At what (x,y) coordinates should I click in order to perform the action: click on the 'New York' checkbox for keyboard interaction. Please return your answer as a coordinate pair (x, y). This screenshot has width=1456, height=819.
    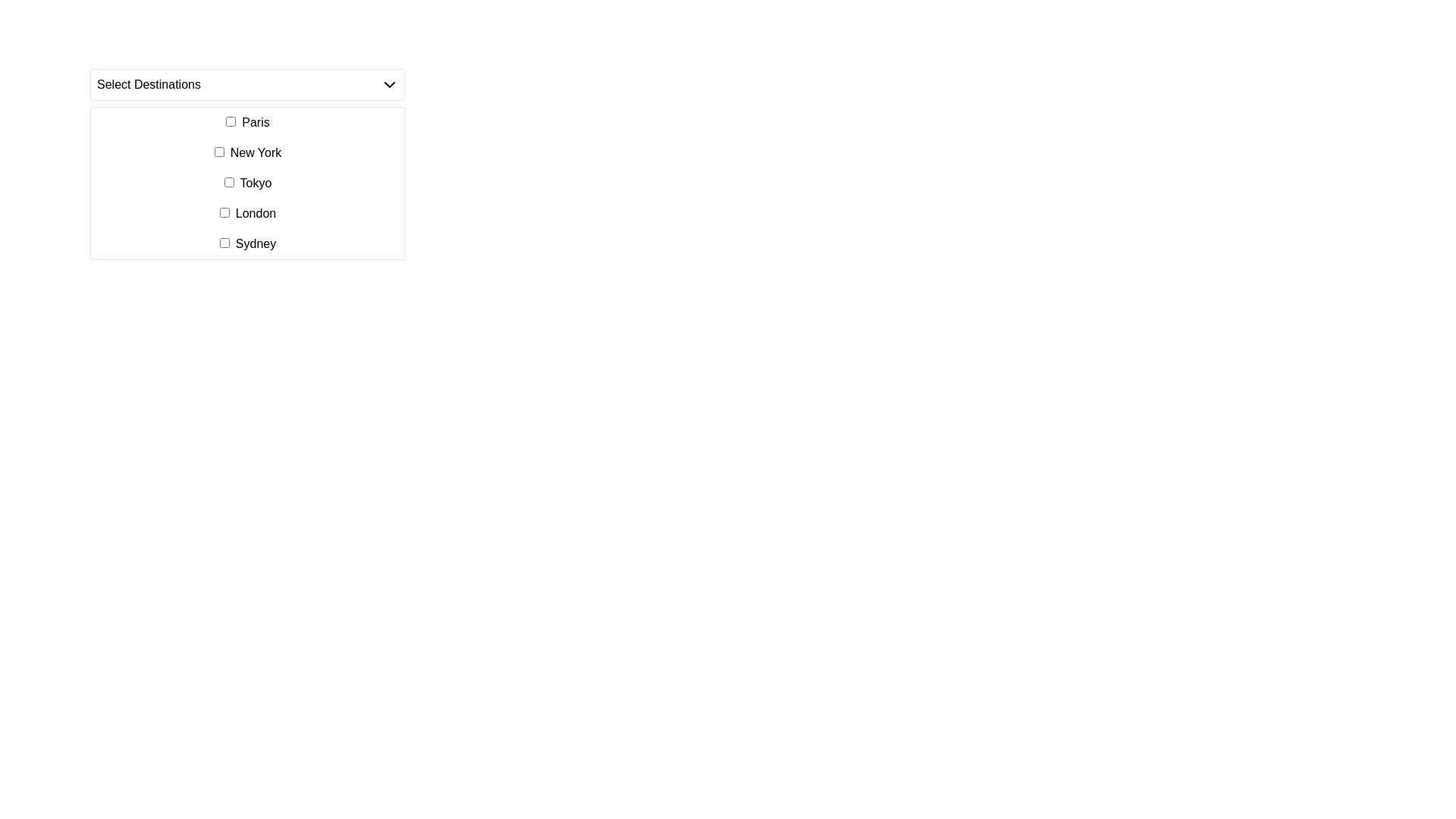
    Looking at the image, I should click on (218, 152).